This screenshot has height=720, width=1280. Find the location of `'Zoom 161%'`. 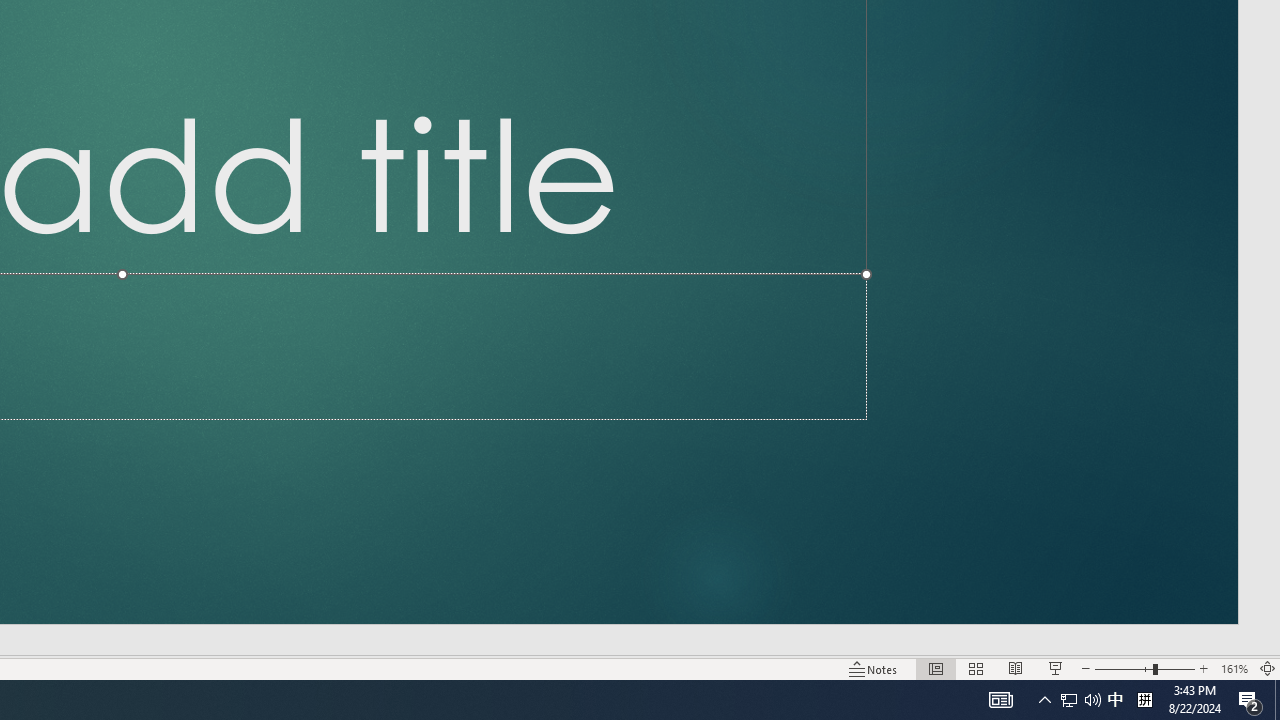

'Zoom 161%' is located at coordinates (1233, 669).